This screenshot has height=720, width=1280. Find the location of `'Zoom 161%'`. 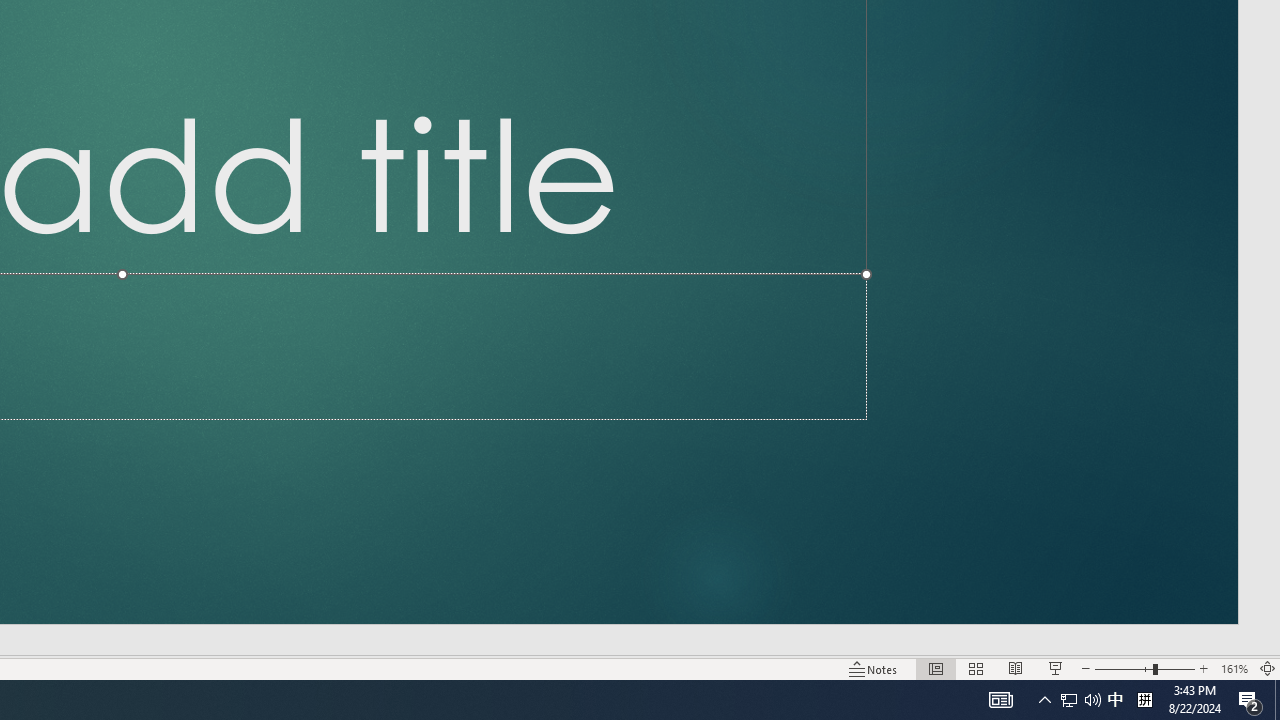

'Zoom 161%' is located at coordinates (1233, 669).